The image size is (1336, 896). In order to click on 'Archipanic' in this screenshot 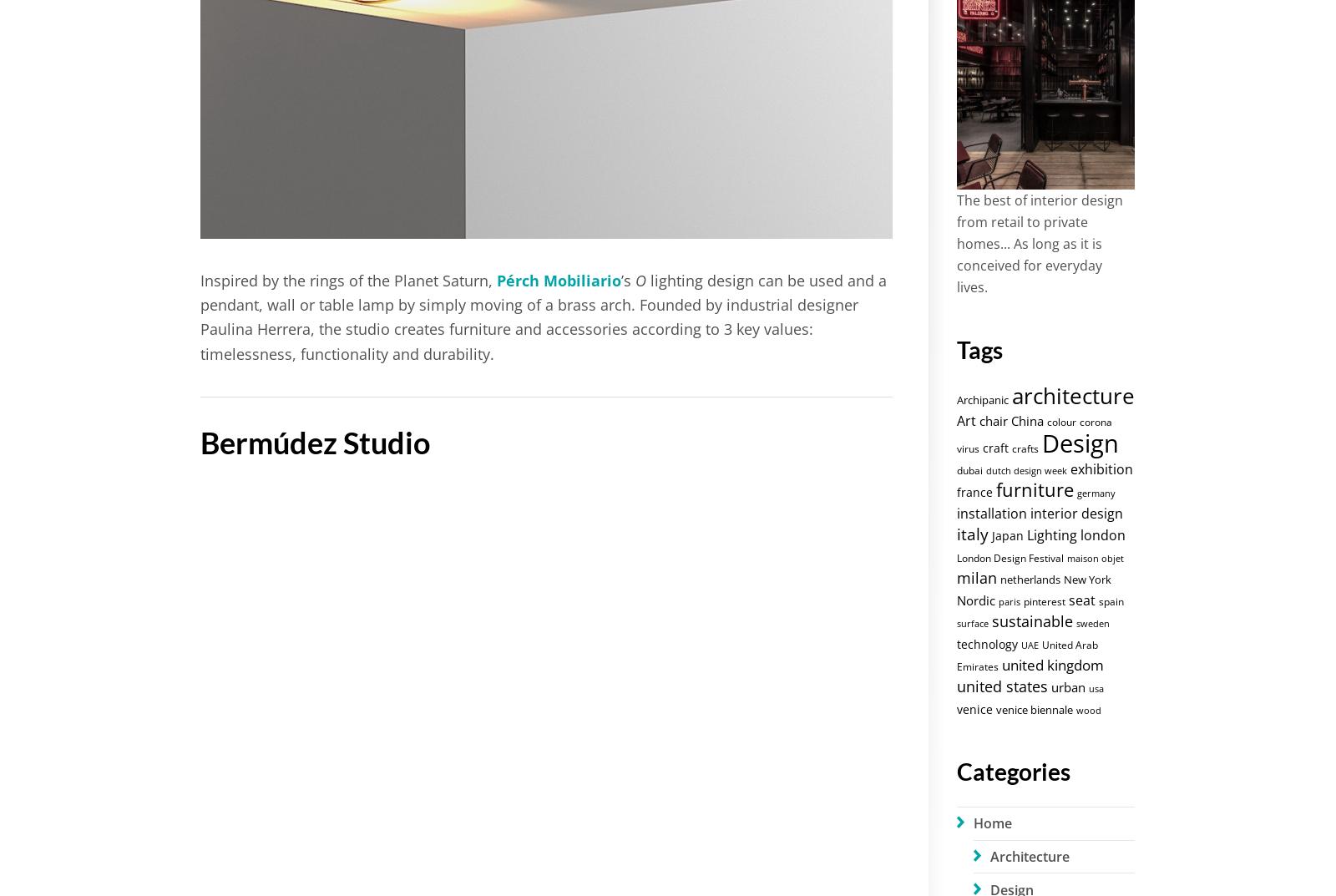, I will do `click(982, 398)`.